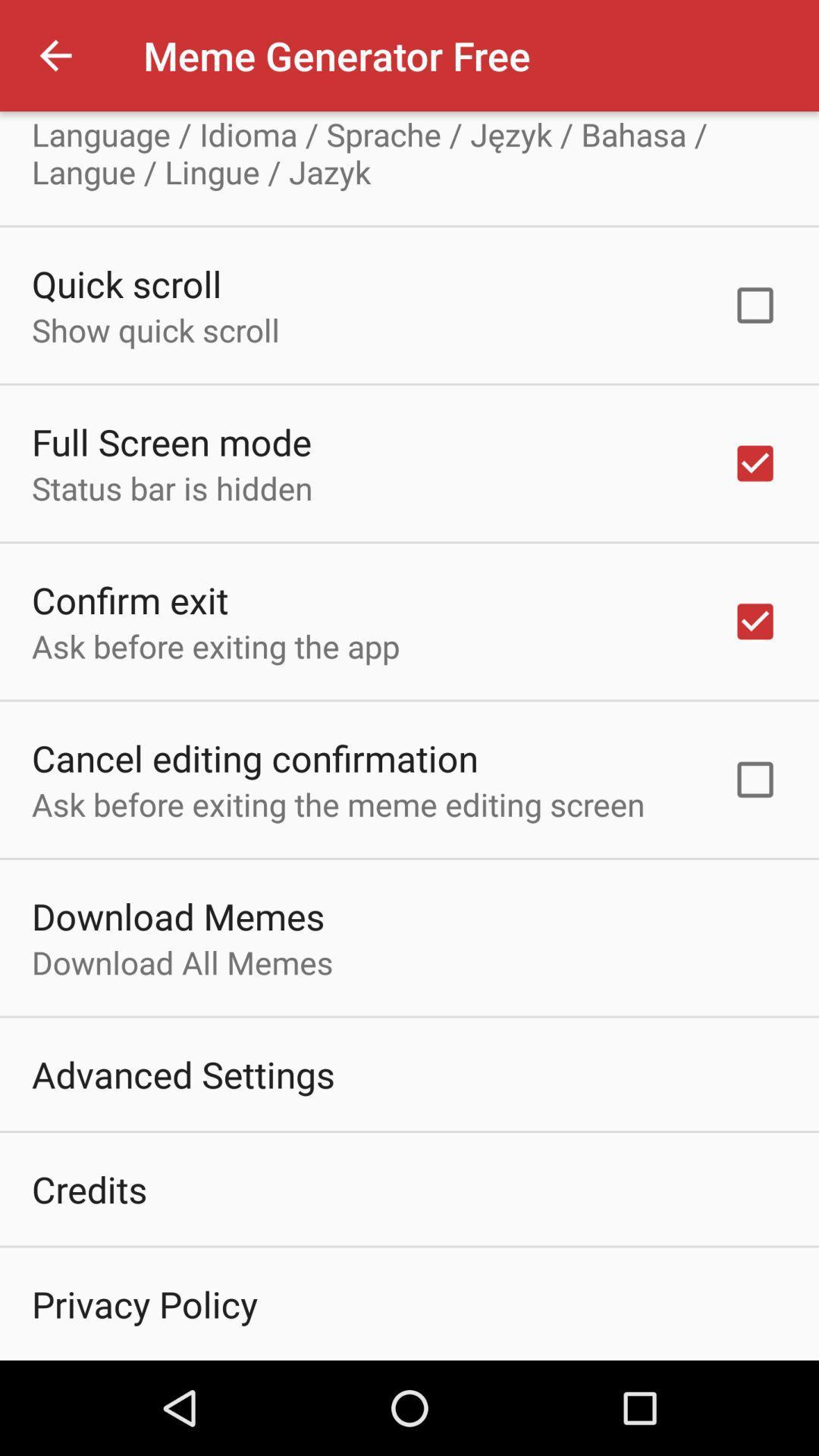  What do you see at coordinates (254, 758) in the screenshot?
I see `icon above ask before exiting item` at bounding box center [254, 758].